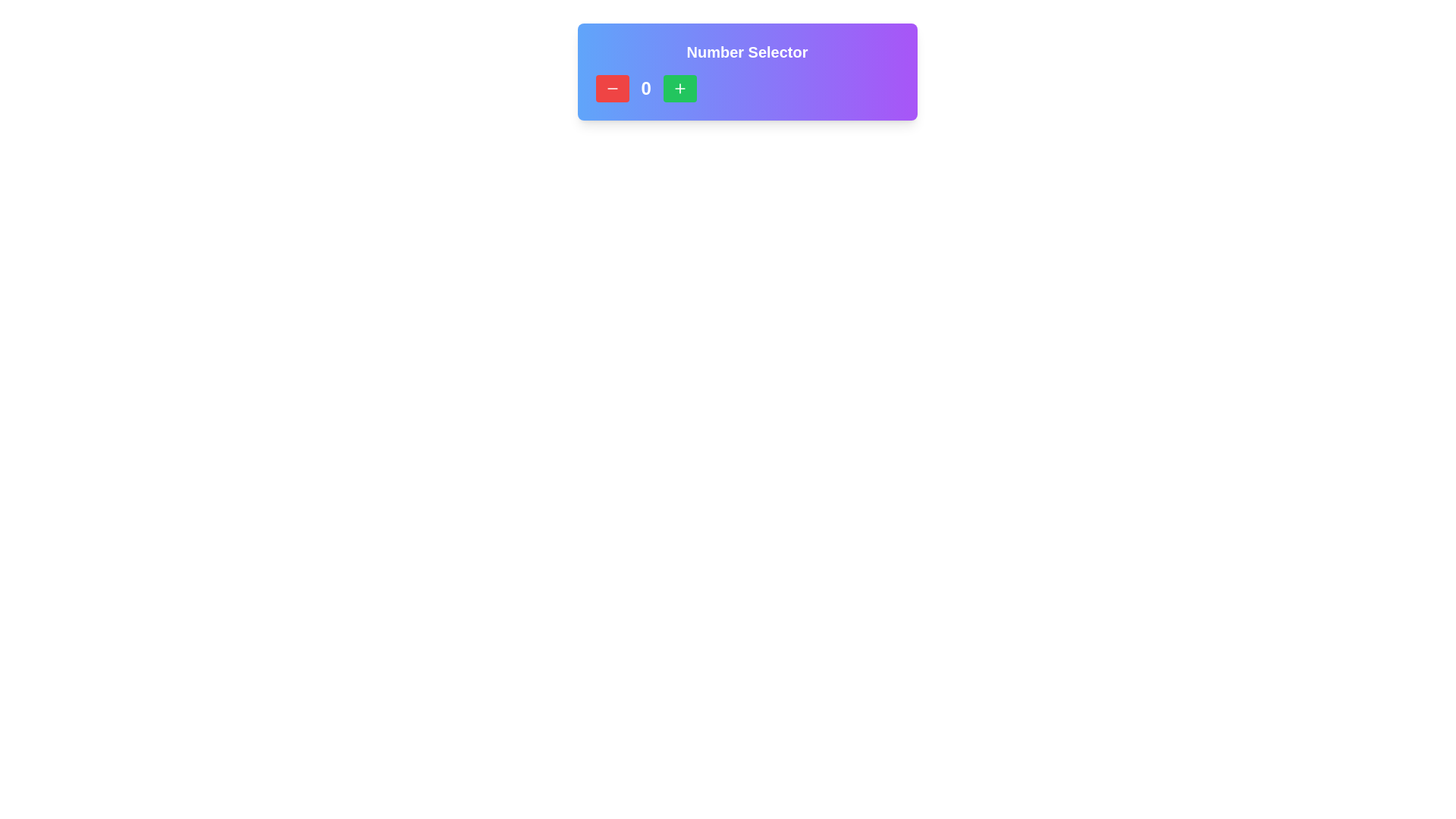  What do you see at coordinates (747, 88) in the screenshot?
I see `the Text display element that shows the current numeric value in the 'Number Selector' card, located between the red minus button and the green plus button` at bounding box center [747, 88].